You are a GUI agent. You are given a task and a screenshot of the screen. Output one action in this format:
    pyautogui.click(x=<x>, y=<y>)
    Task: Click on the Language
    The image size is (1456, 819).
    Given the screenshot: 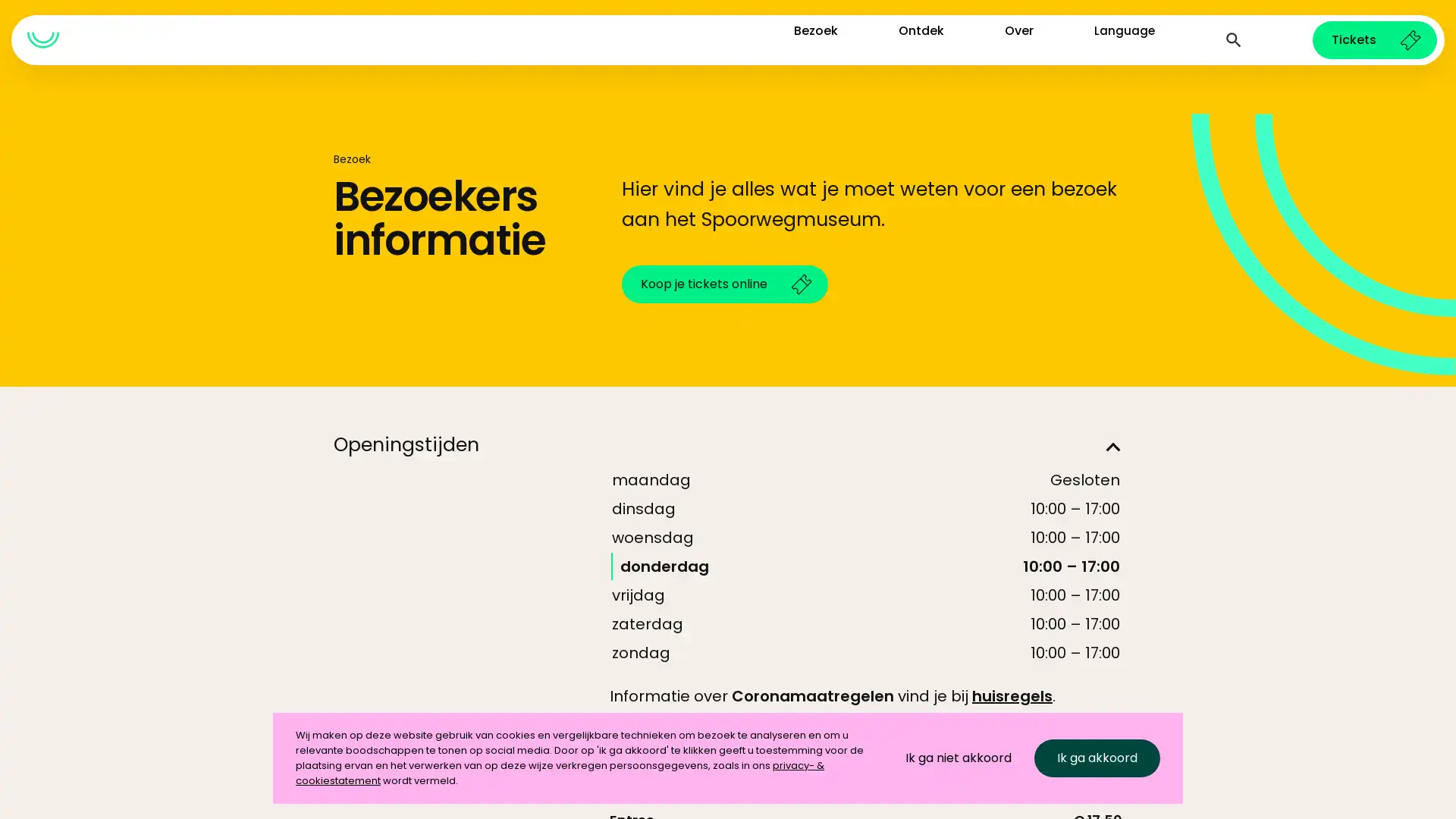 What is the action you would take?
    pyautogui.click(x=1125, y=39)
    